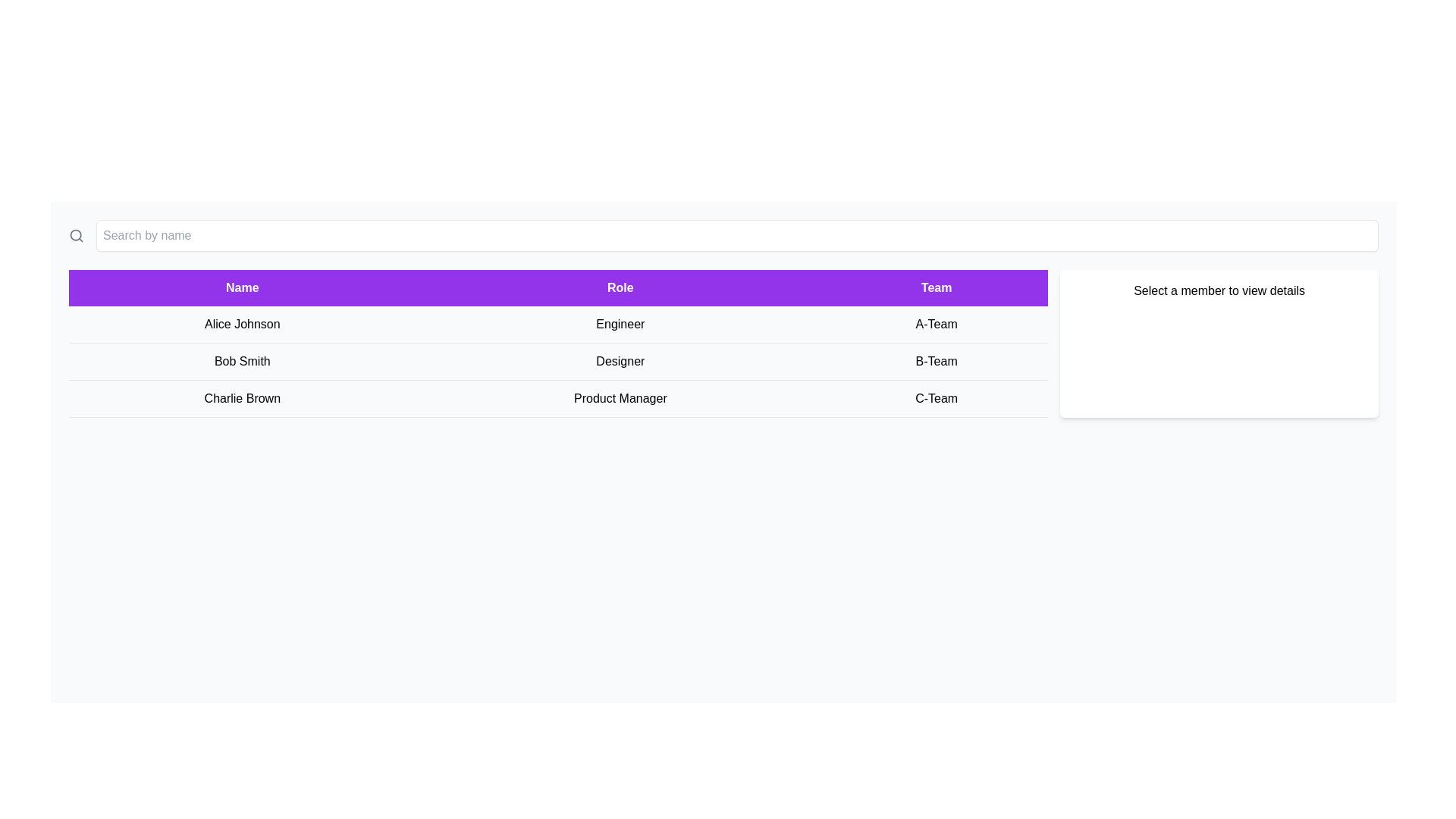 The image size is (1456, 819). What do you see at coordinates (557, 397) in the screenshot?
I see `the third table row representing Charlie Brown to activate its detailed view option` at bounding box center [557, 397].